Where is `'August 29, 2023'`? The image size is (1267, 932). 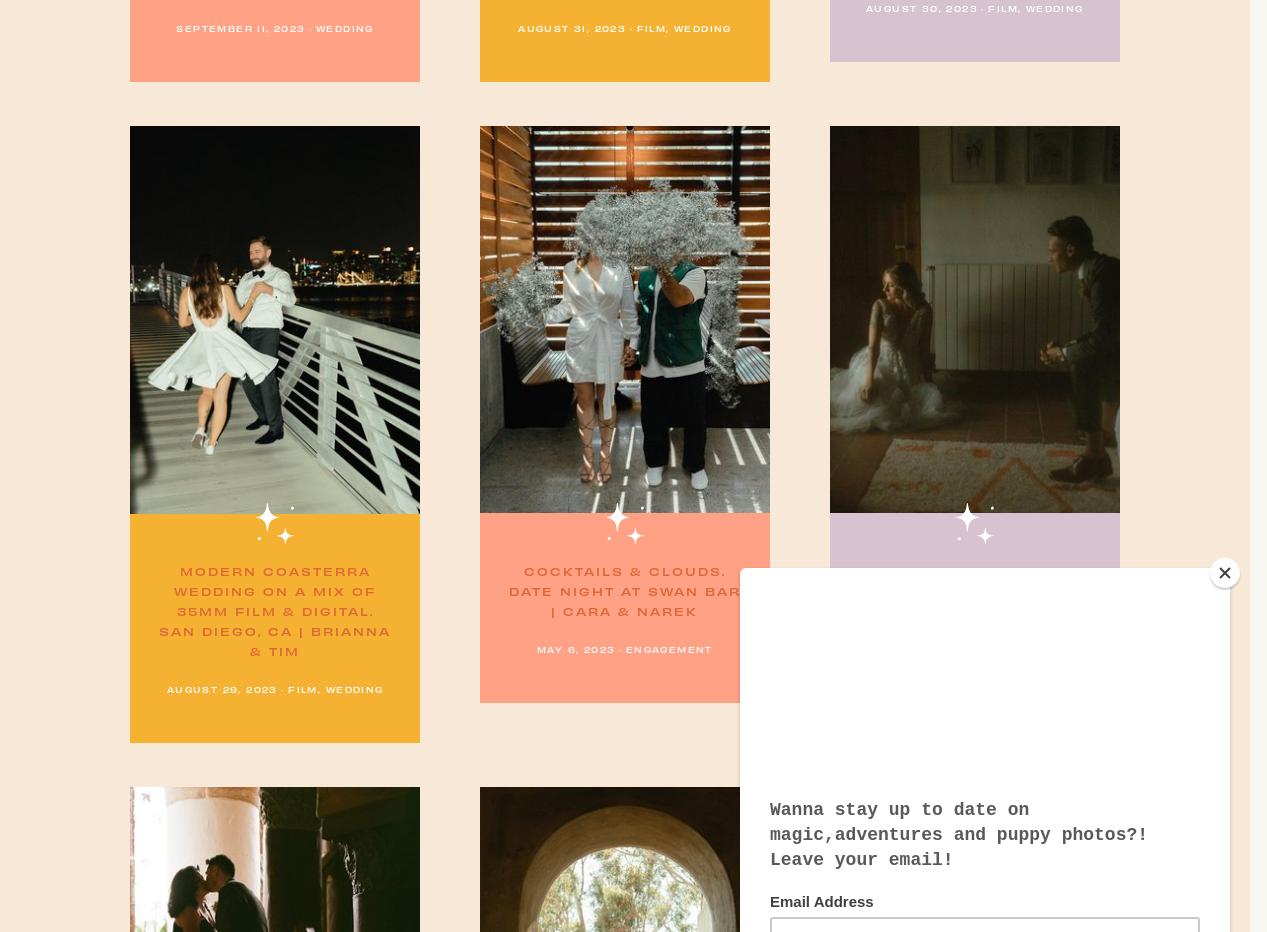 'August 29, 2023' is located at coordinates (220, 689).